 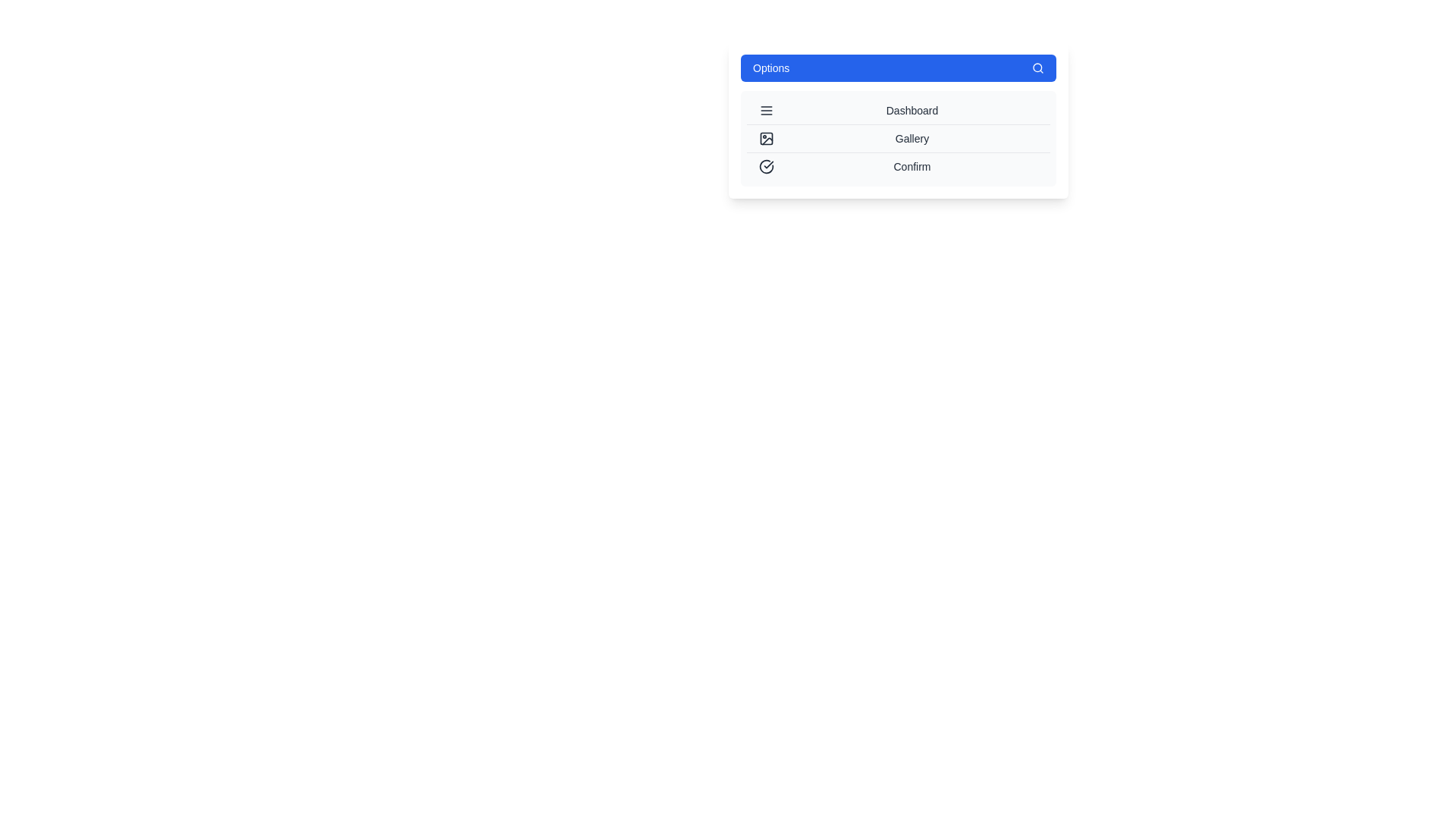 What do you see at coordinates (767, 166) in the screenshot?
I see `the icon corresponding to the menu item Confirm` at bounding box center [767, 166].